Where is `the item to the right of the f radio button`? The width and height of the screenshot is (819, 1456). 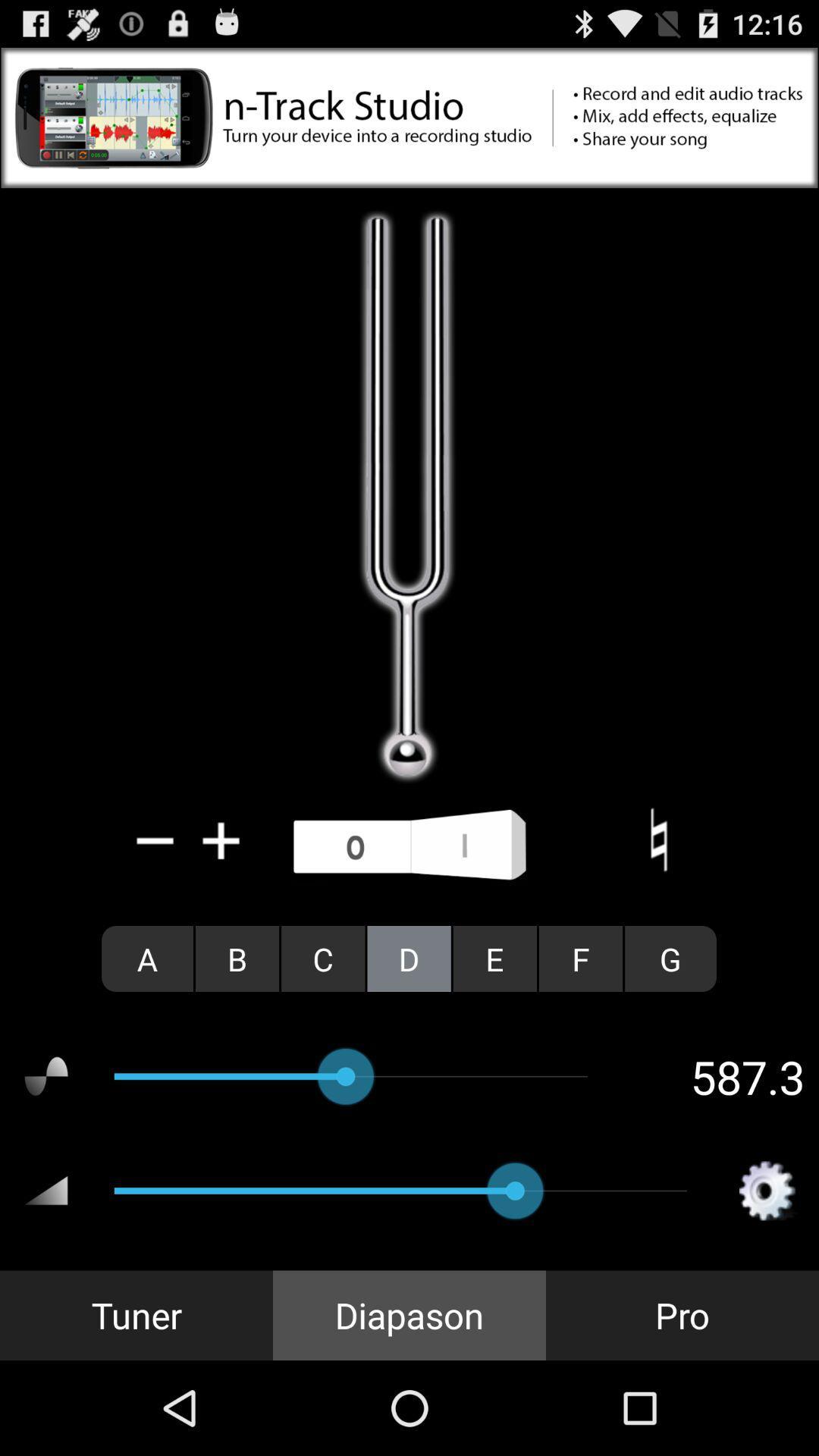 the item to the right of the f radio button is located at coordinates (670, 958).